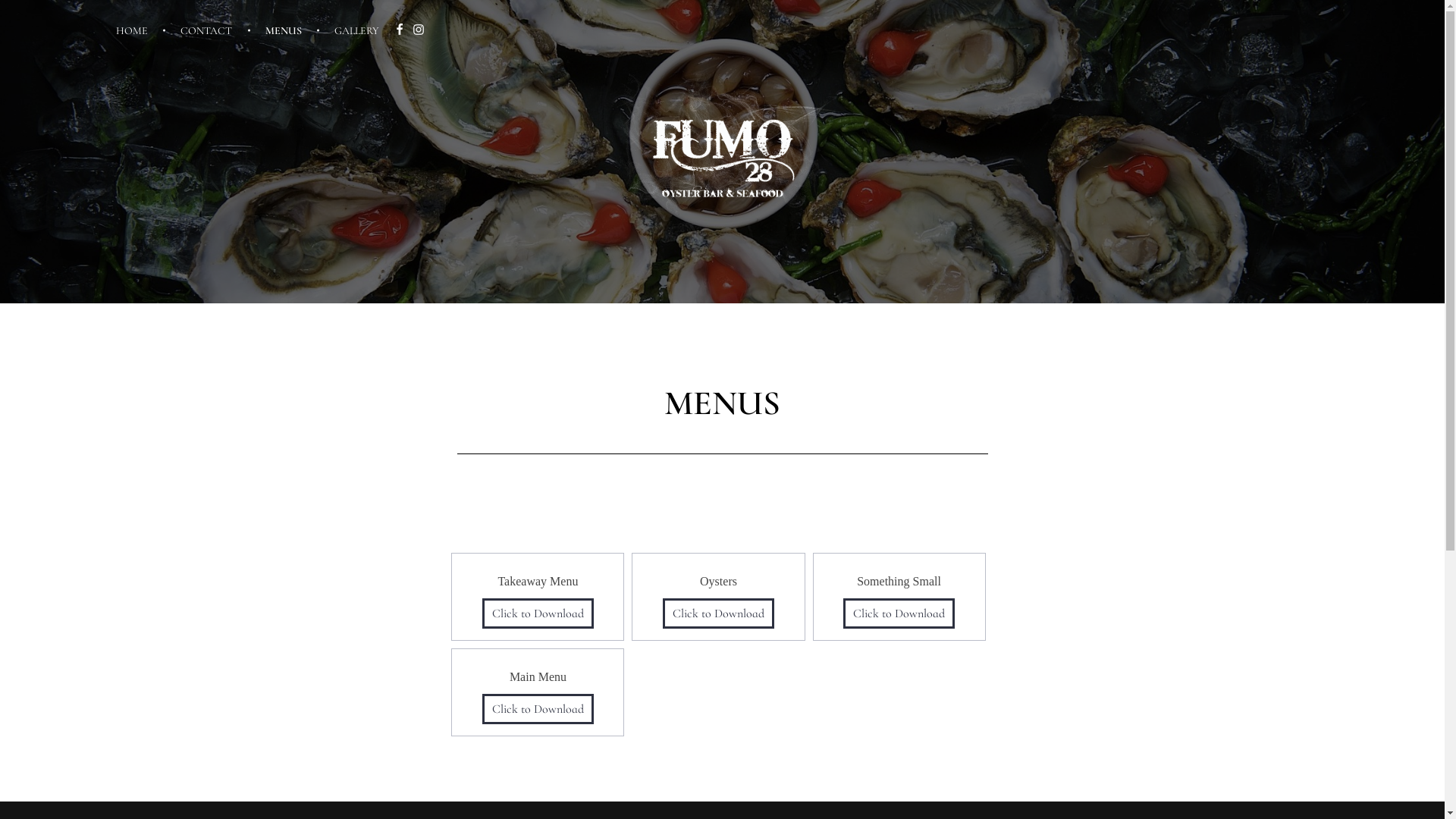  Describe the element at coordinates (140, 30) in the screenshot. I see `'HOME'` at that location.